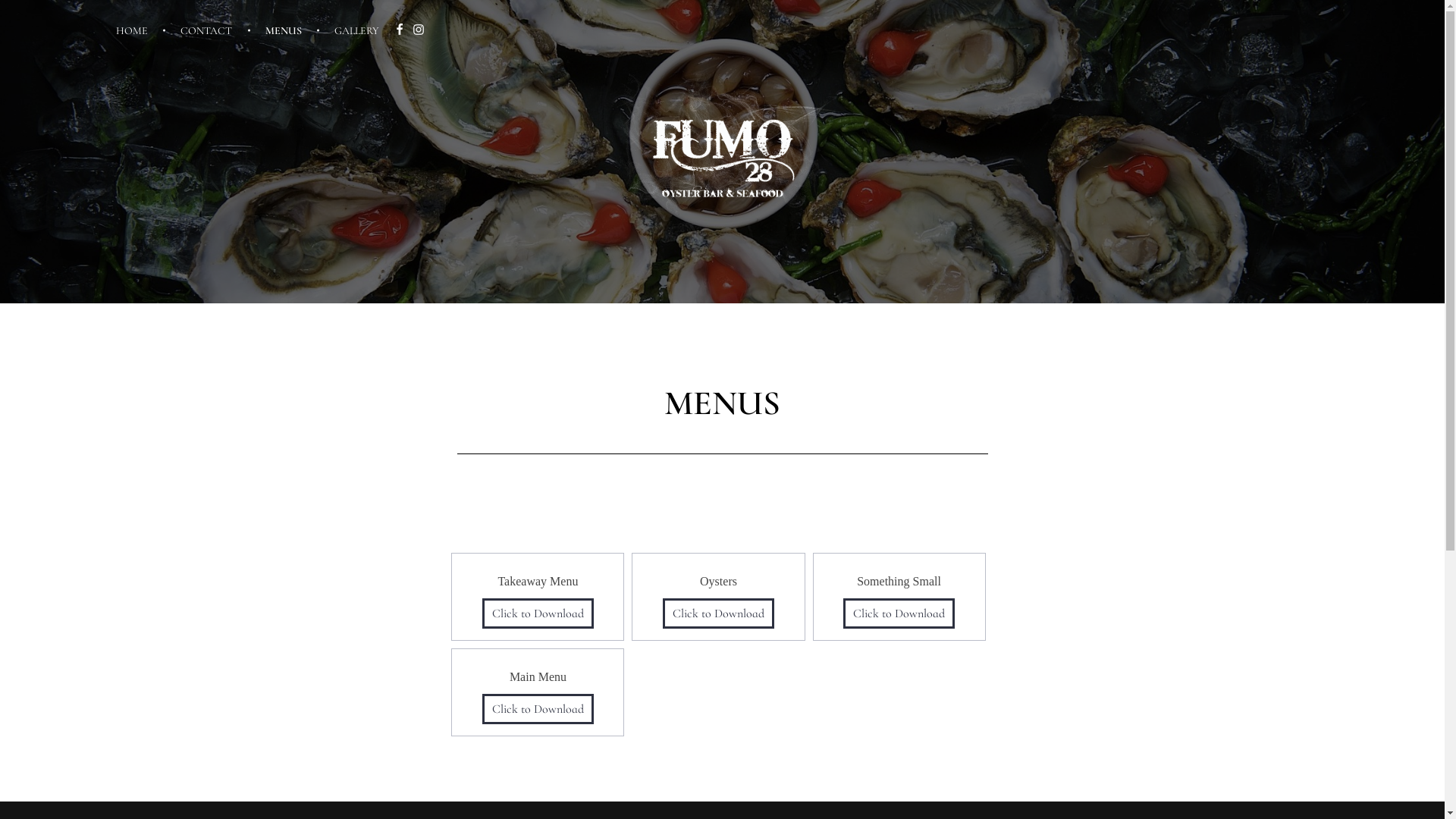  Describe the element at coordinates (140, 30) in the screenshot. I see `'HOME'` at that location.